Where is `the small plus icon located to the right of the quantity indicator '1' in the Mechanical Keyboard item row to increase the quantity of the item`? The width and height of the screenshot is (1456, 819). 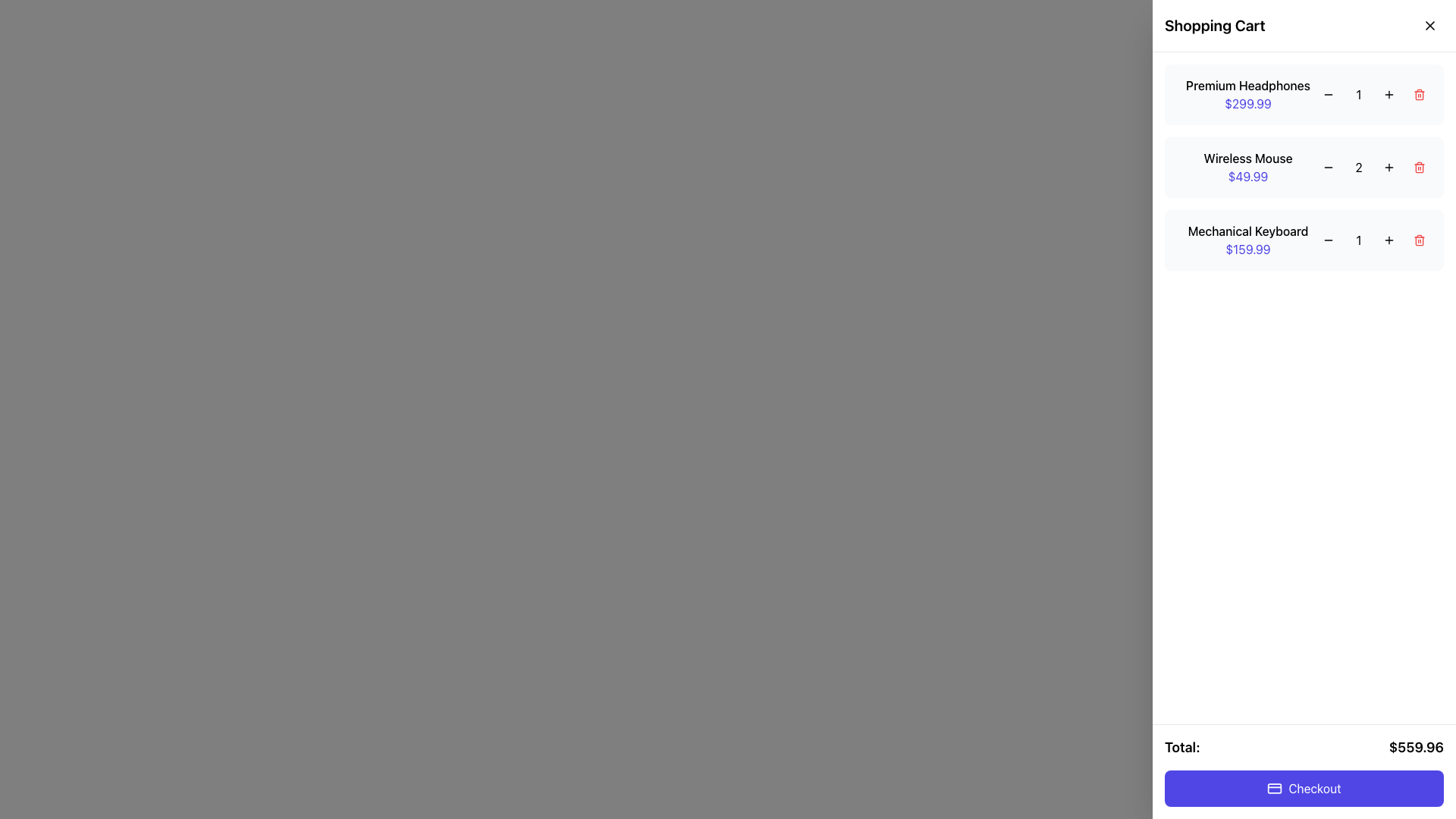 the small plus icon located to the right of the quantity indicator '1' in the Mechanical Keyboard item row to increase the quantity of the item is located at coordinates (1389, 239).